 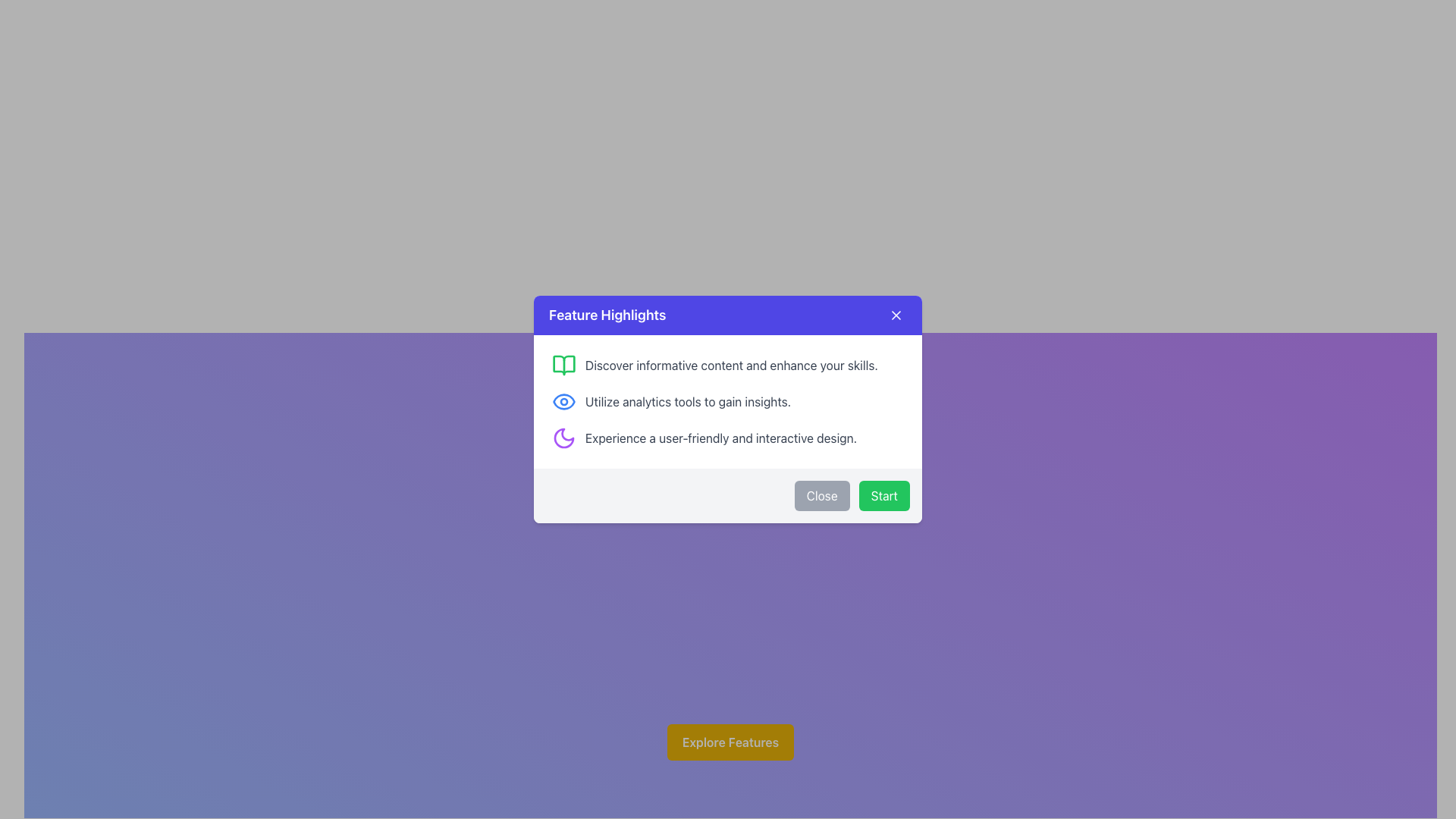 I want to click on the Label with a blue eye icon and the text 'Utilize analytics tools to gain insights.' which is the second item in a vertically stacked list of three similar elements, so click(x=728, y=400).